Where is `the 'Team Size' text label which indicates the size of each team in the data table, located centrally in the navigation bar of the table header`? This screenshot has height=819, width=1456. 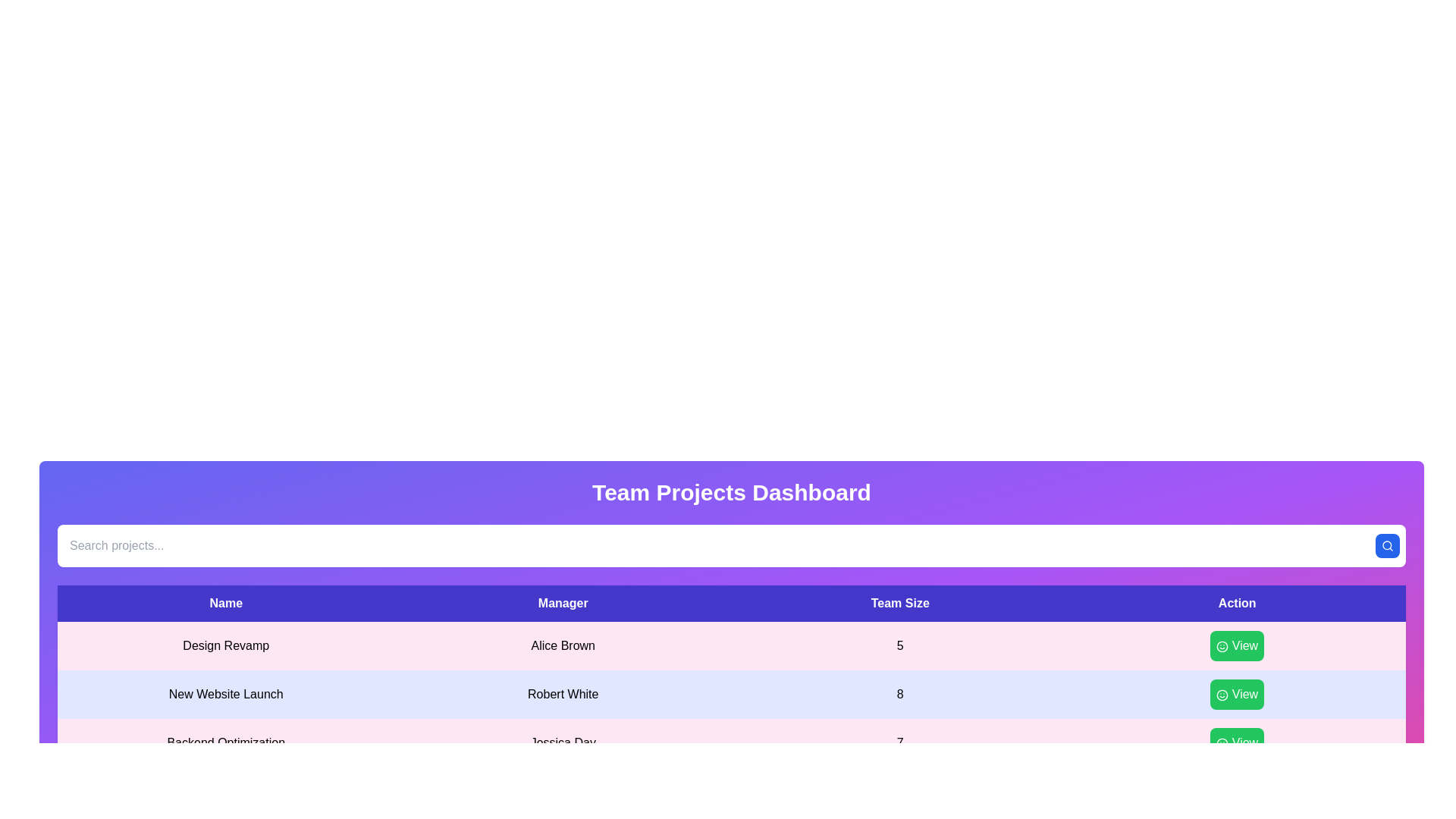
the 'Team Size' text label which indicates the size of each team in the data table, located centrally in the navigation bar of the table header is located at coordinates (900, 602).